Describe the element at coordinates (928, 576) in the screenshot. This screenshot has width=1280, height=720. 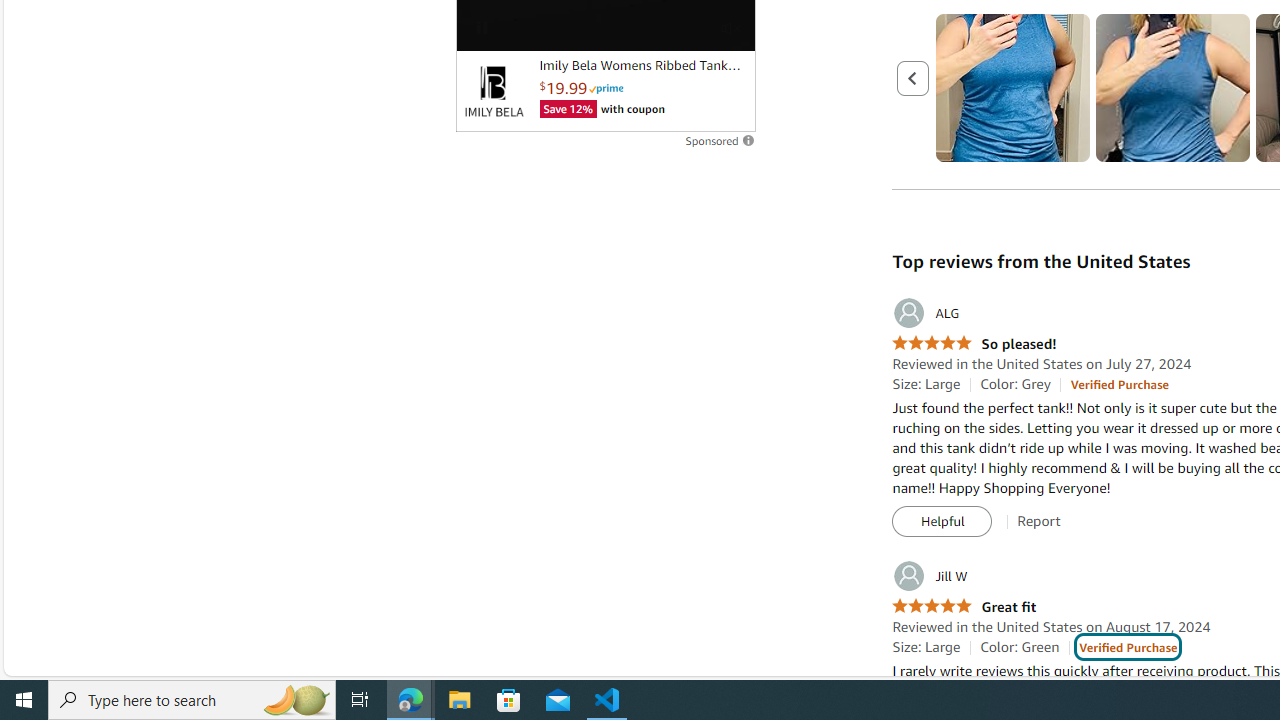
I see `'Jill W'` at that location.